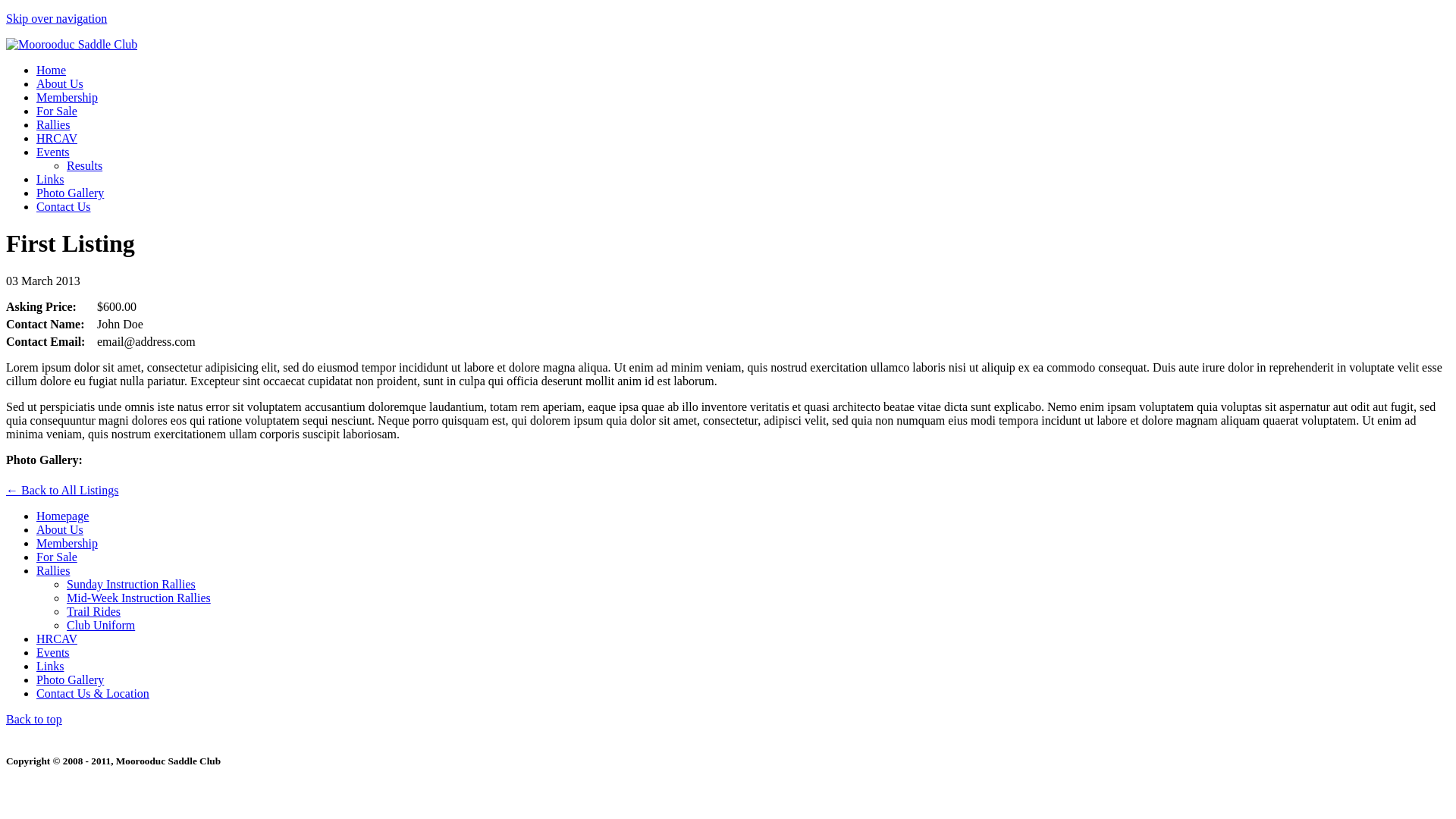  What do you see at coordinates (138, 597) in the screenshot?
I see `'Mid-Week Instruction Rallies'` at bounding box center [138, 597].